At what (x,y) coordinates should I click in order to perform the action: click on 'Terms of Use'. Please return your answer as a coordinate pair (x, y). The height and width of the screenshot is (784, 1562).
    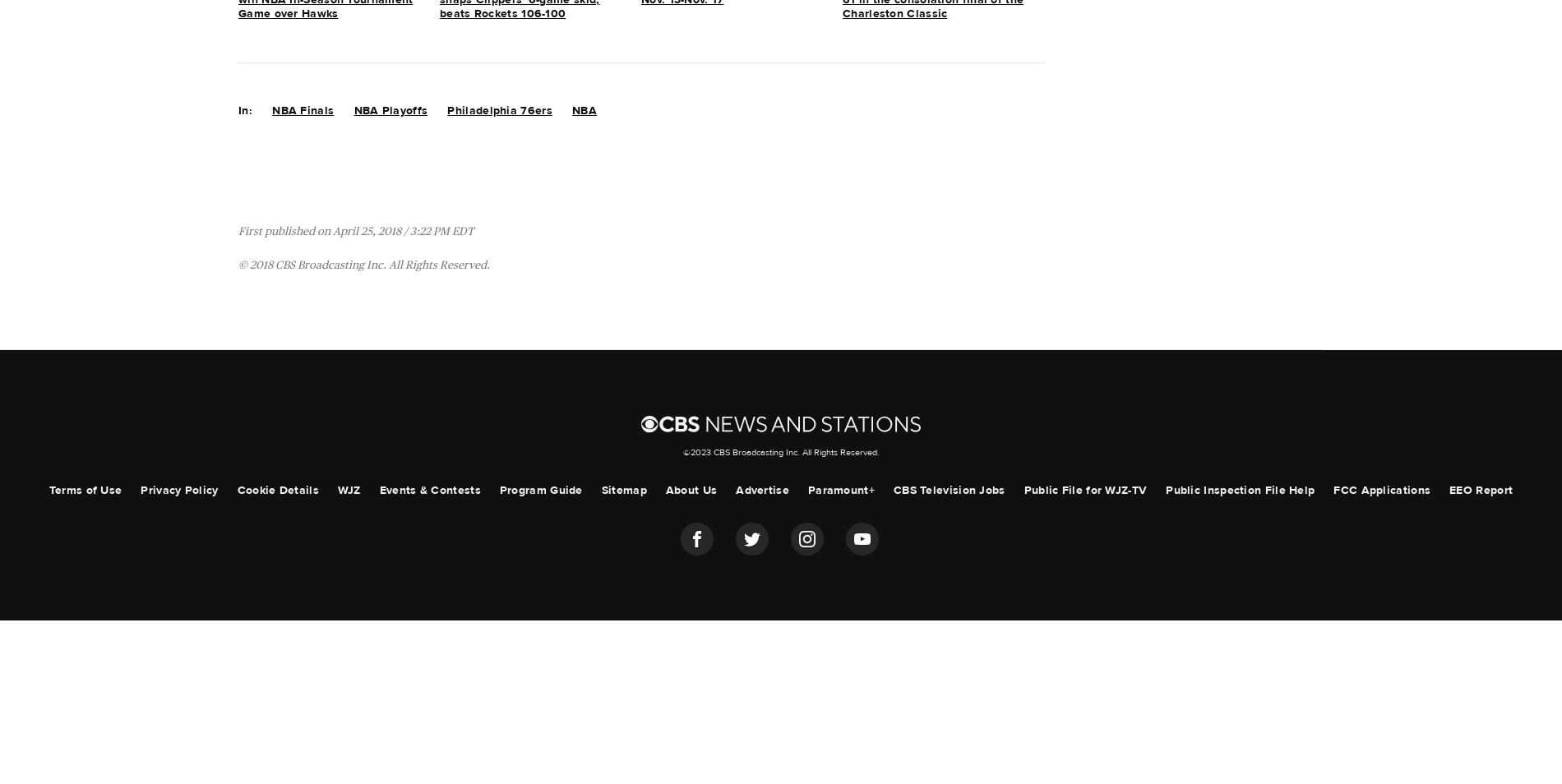
    Looking at the image, I should click on (85, 488).